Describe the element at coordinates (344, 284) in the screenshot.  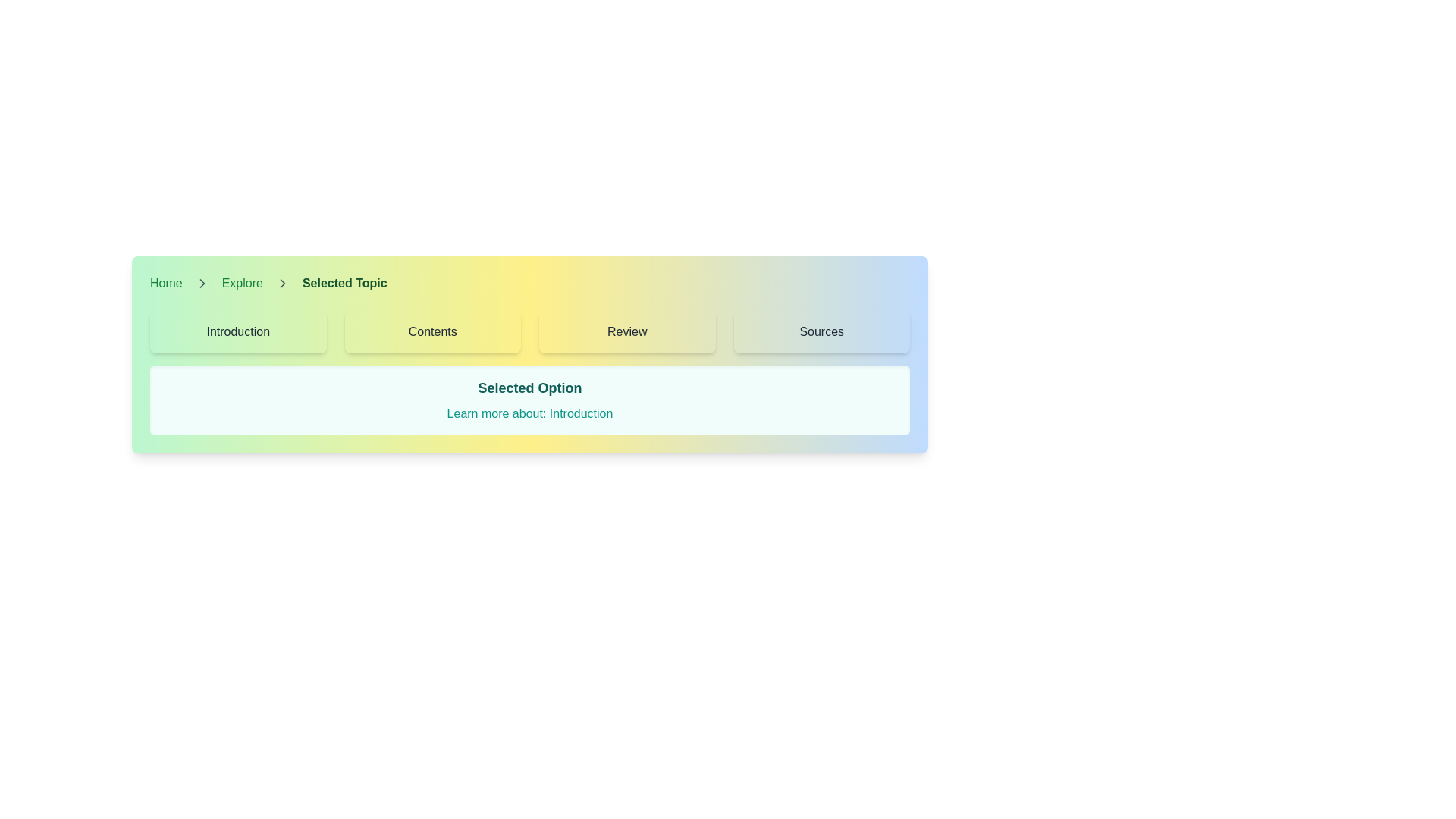
I see `the text label displaying 'Selected Topic', which is the current page in the breadcrumb navigation bar and styled in bold dark green` at that location.